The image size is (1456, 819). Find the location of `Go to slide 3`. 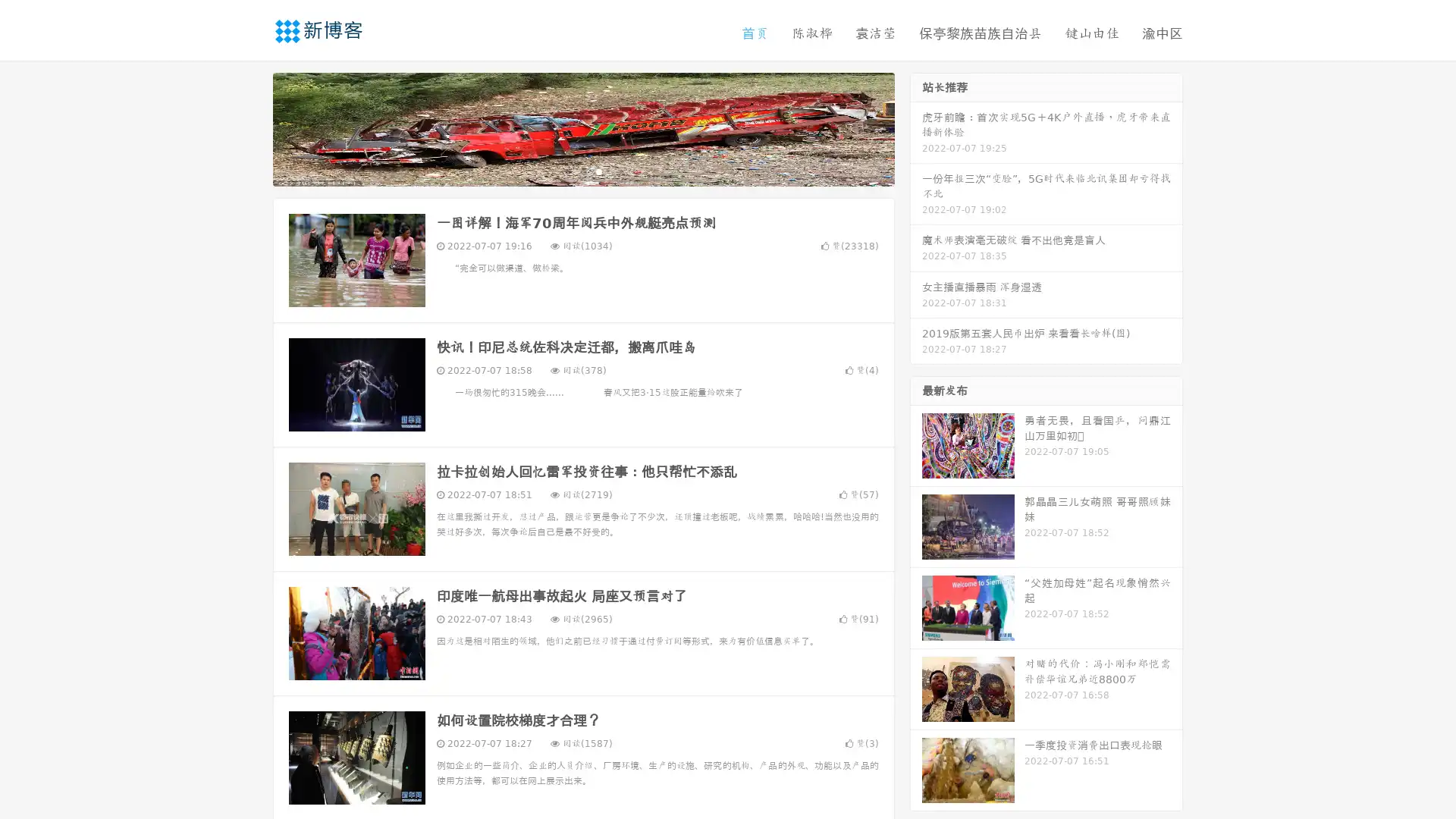

Go to slide 3 is located at coordinates (598, 171).